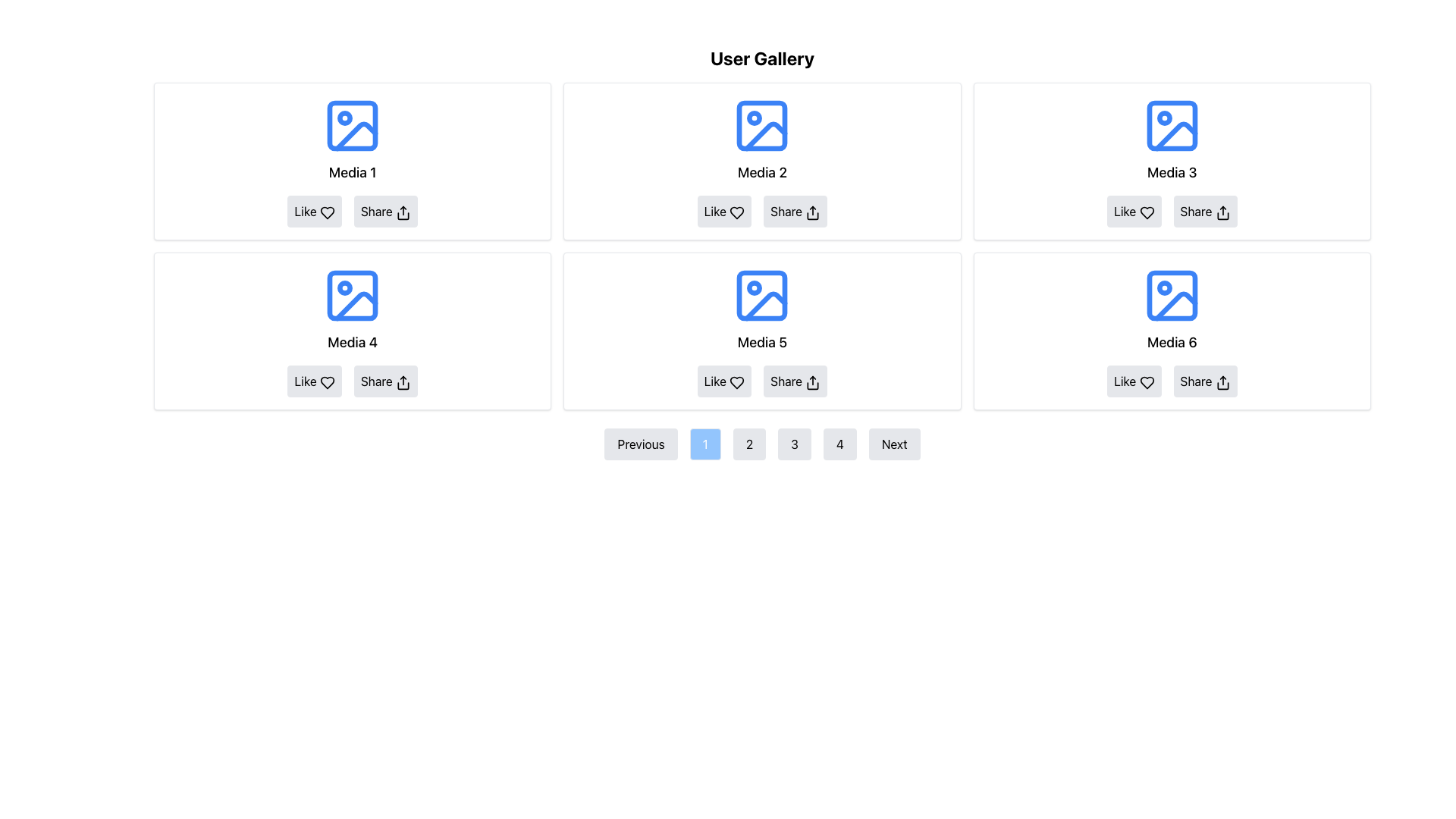 The height and width of the screenshot is (819, 1456). Describe the element at coordinates (1171, 380) in the screenshot. I see `the 'Share' button in the horizontal action panel located beneath the 'Media 6' text and image` at that location.